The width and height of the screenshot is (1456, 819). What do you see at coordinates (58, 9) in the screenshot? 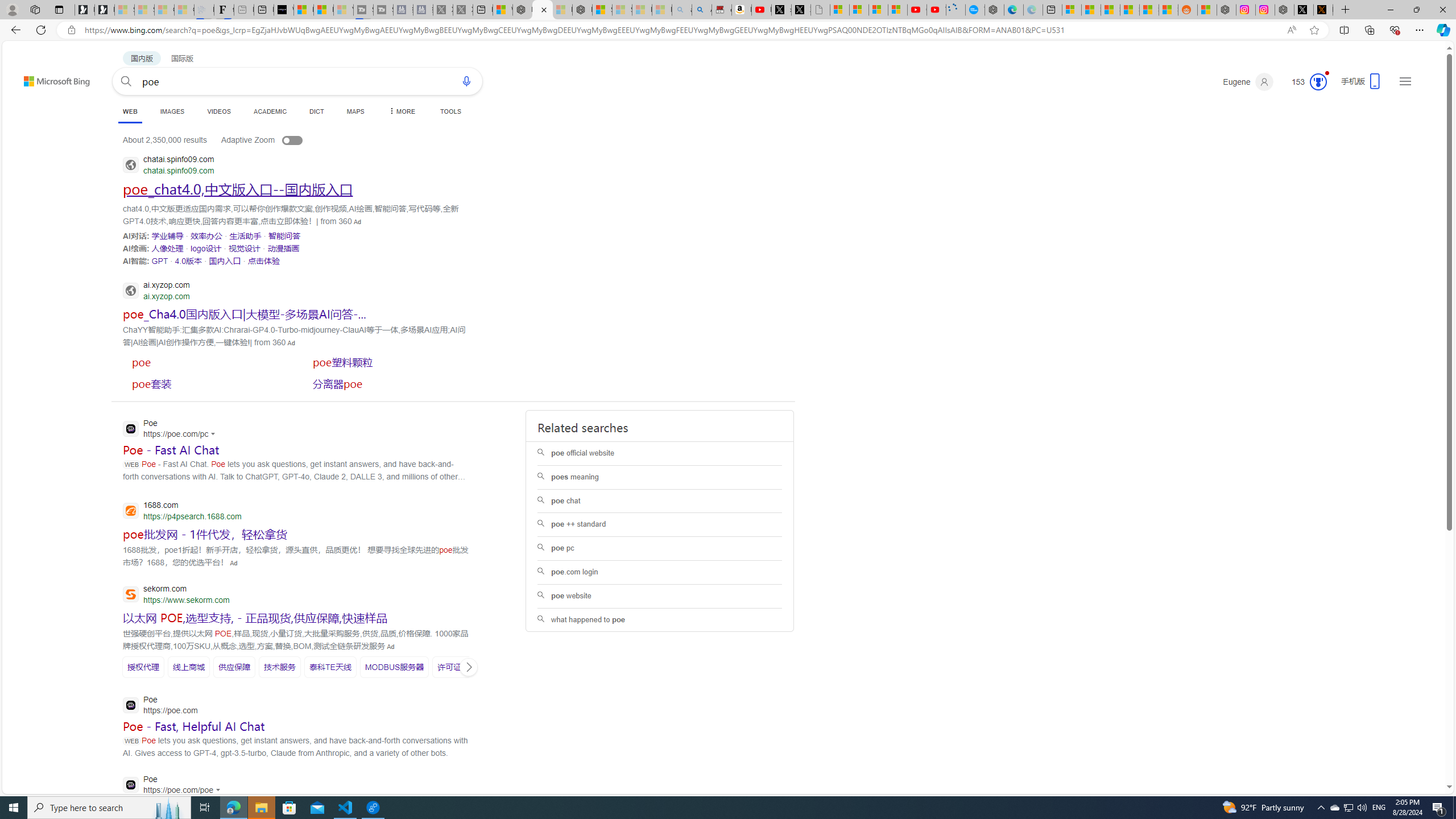
I see `'Tab actions menu'` at bounding box center [58, 9].